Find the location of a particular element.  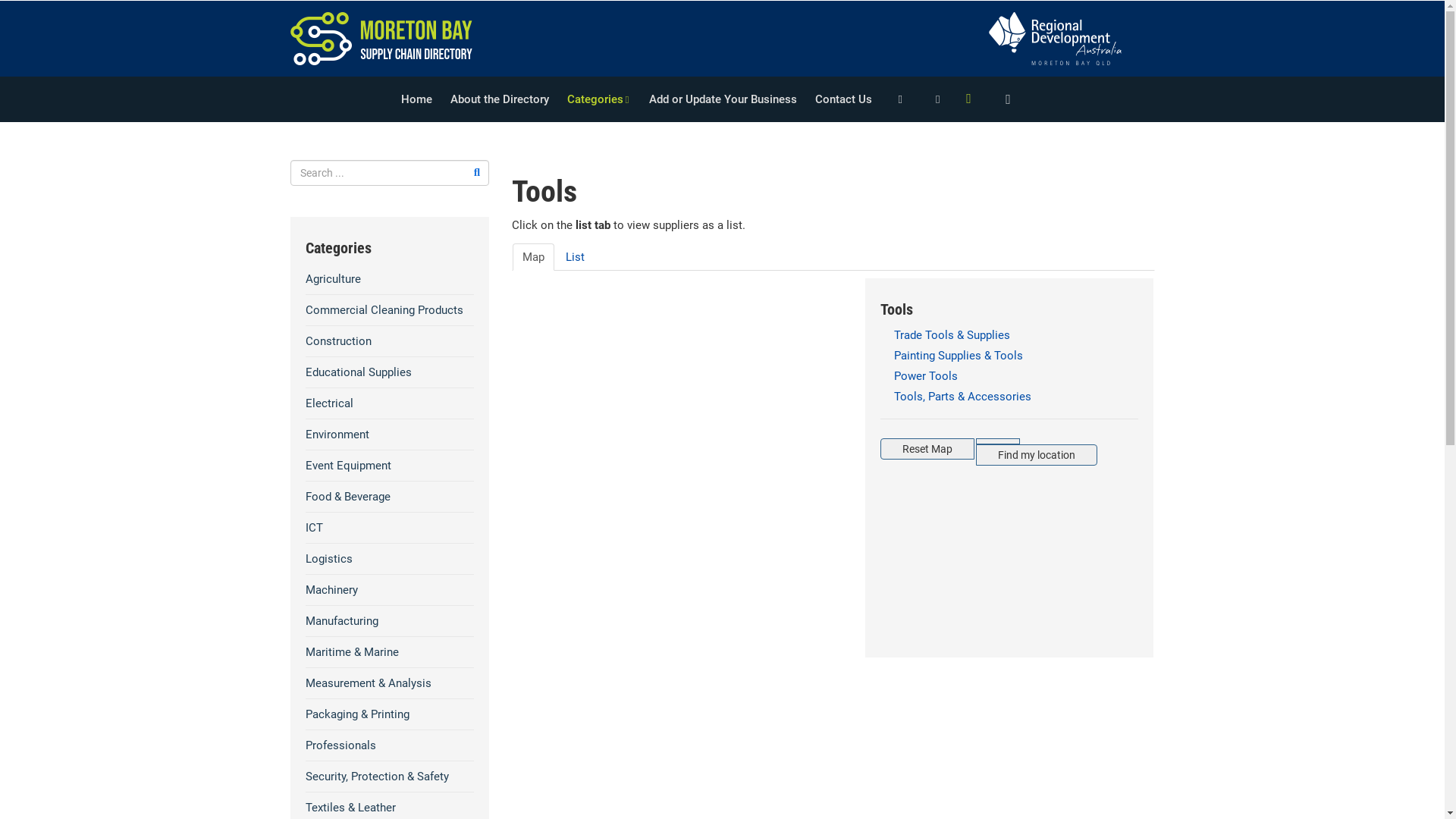

'Home' is located at coordinates (416, 99).